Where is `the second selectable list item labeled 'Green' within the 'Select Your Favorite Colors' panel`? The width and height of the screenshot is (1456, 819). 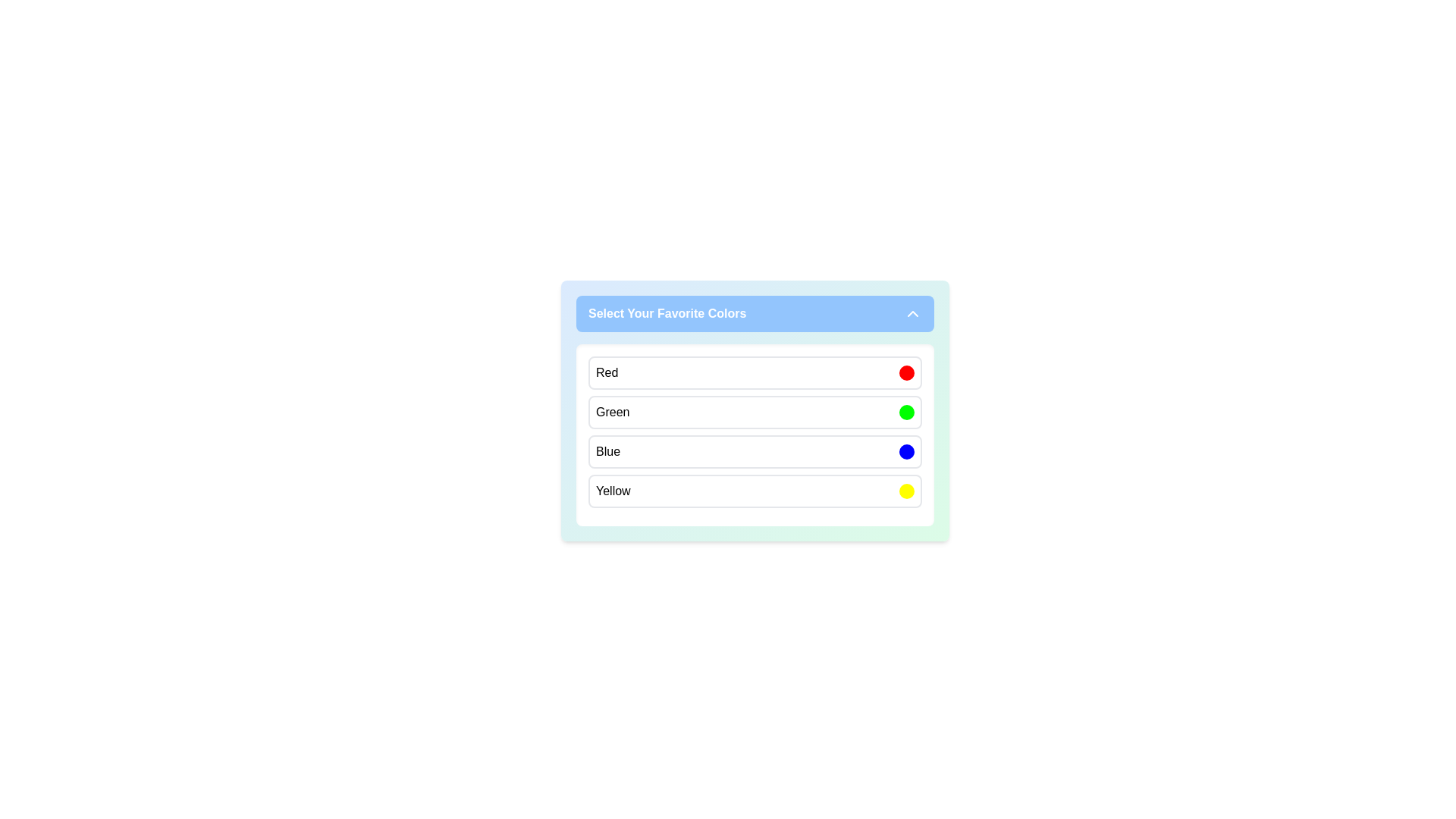
the second selectable list item labeled 'Green' within the 'Select Your Favorite Colors' panel is located at coordinates (755, 411).